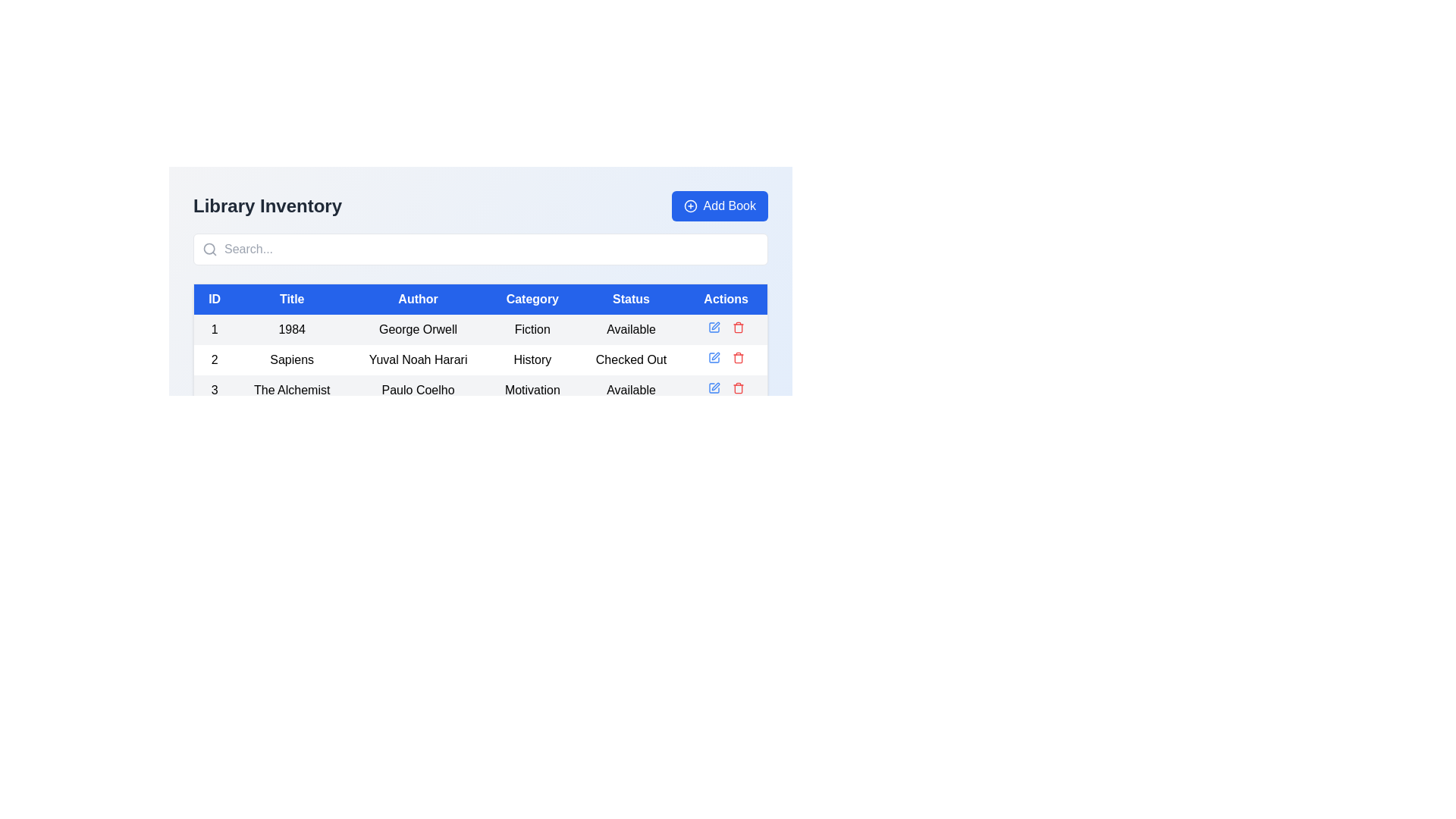 Image resolution: width=1456 pixels, height=819 pixels. What do you see at coordinates (631, 359) in the screenshot?
I see `the label styled with padding that contains the text 'Checked Out', located in the 'Status' column of the table under the book title 'Sapiens'` at bounding box center [631, 359].